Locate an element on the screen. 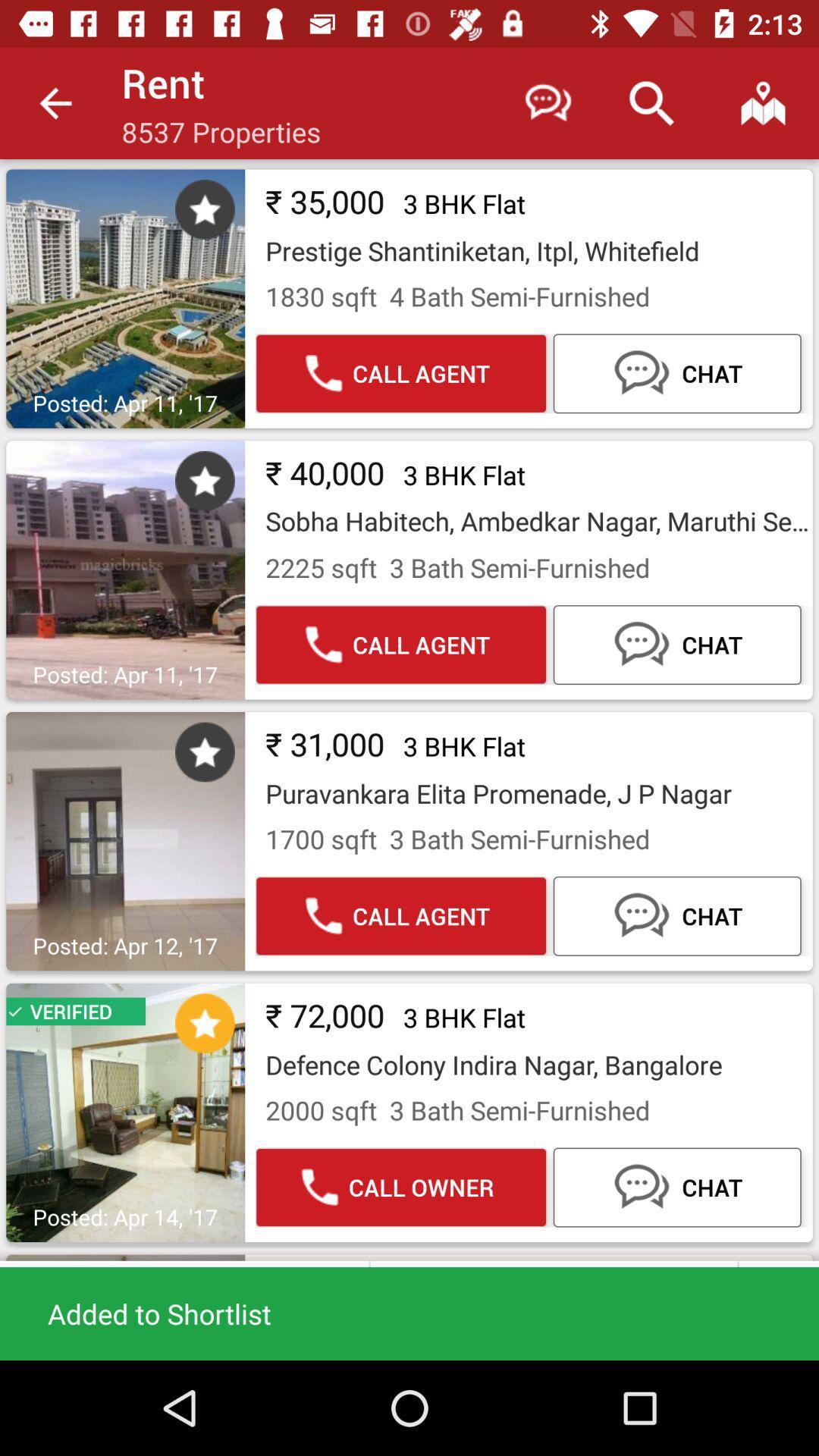 This screenshot has width=819, height=1456. the search icon is located at coordinates (651, 102).